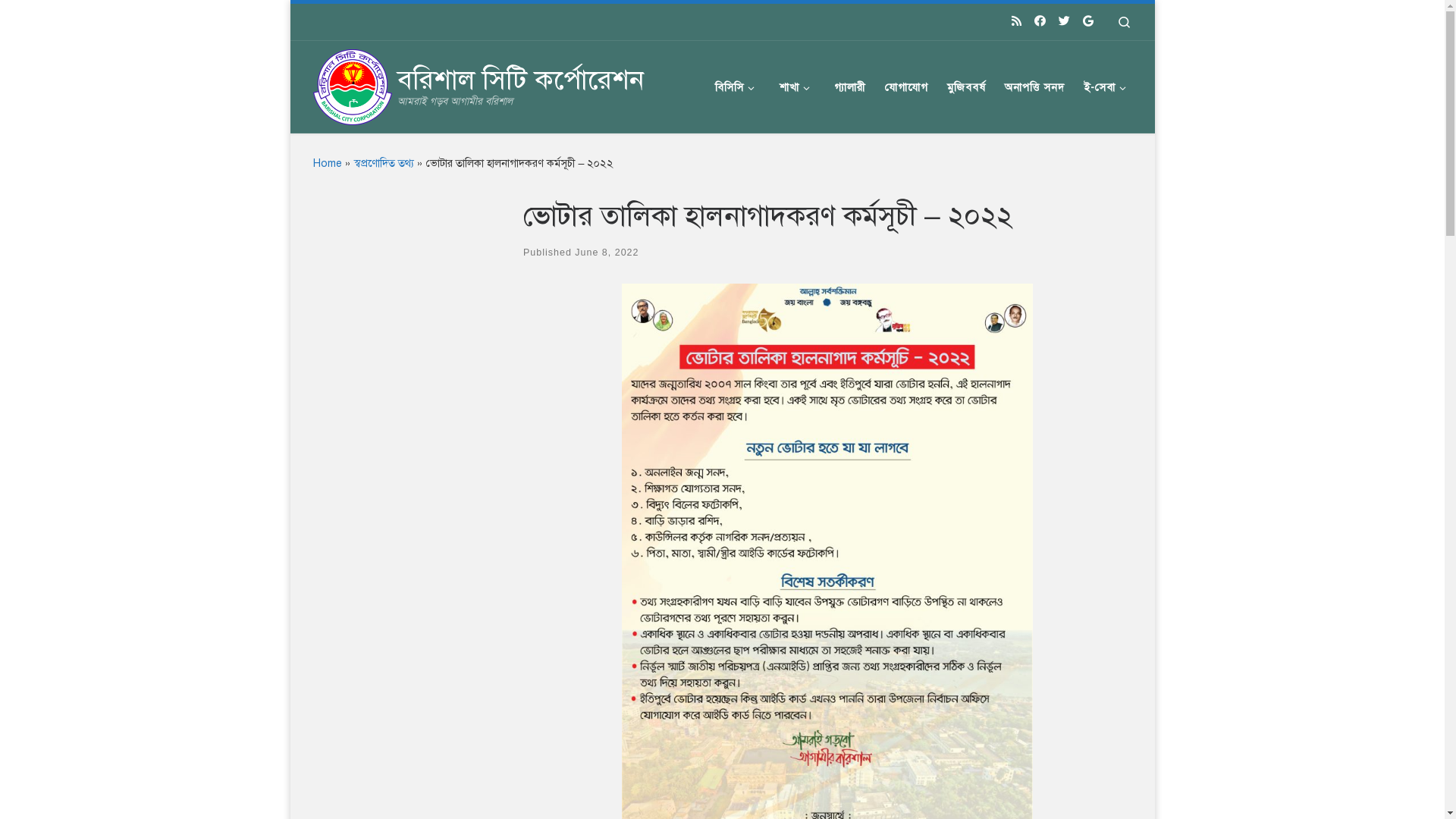 Image resolution: width=1456 pixels, height=819 pixels. I want to click on 'Follow us on Twitter', so click(1063, 21).